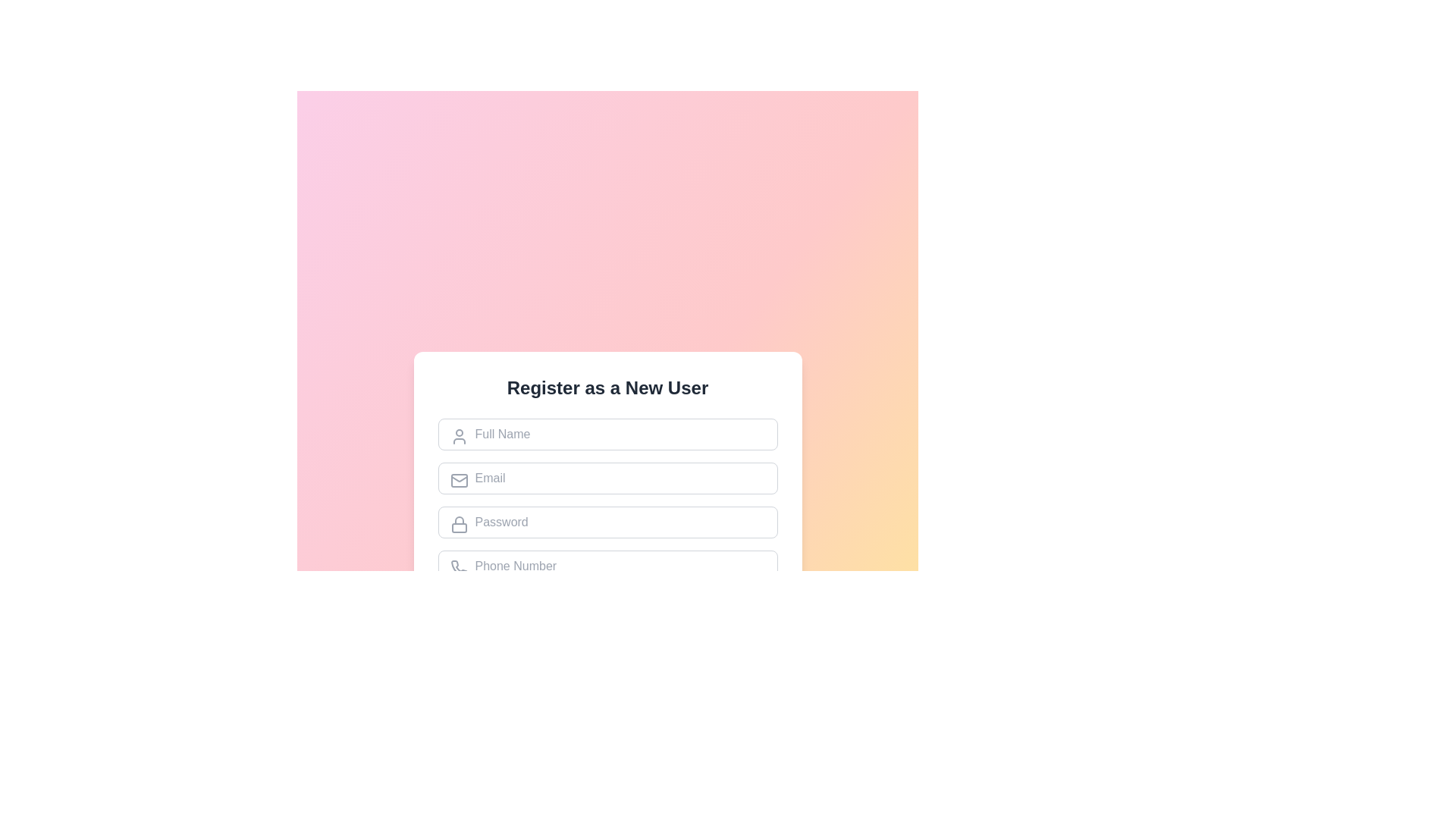 This screenshot has width=1456, height=819. What do you see at coordinates (458, 523) in the screenshot?
I see `the password icon located inside the input field labeled 'Password' in the user registration form, positioned on the left side at the upper part` at bounding box center [458, 523].